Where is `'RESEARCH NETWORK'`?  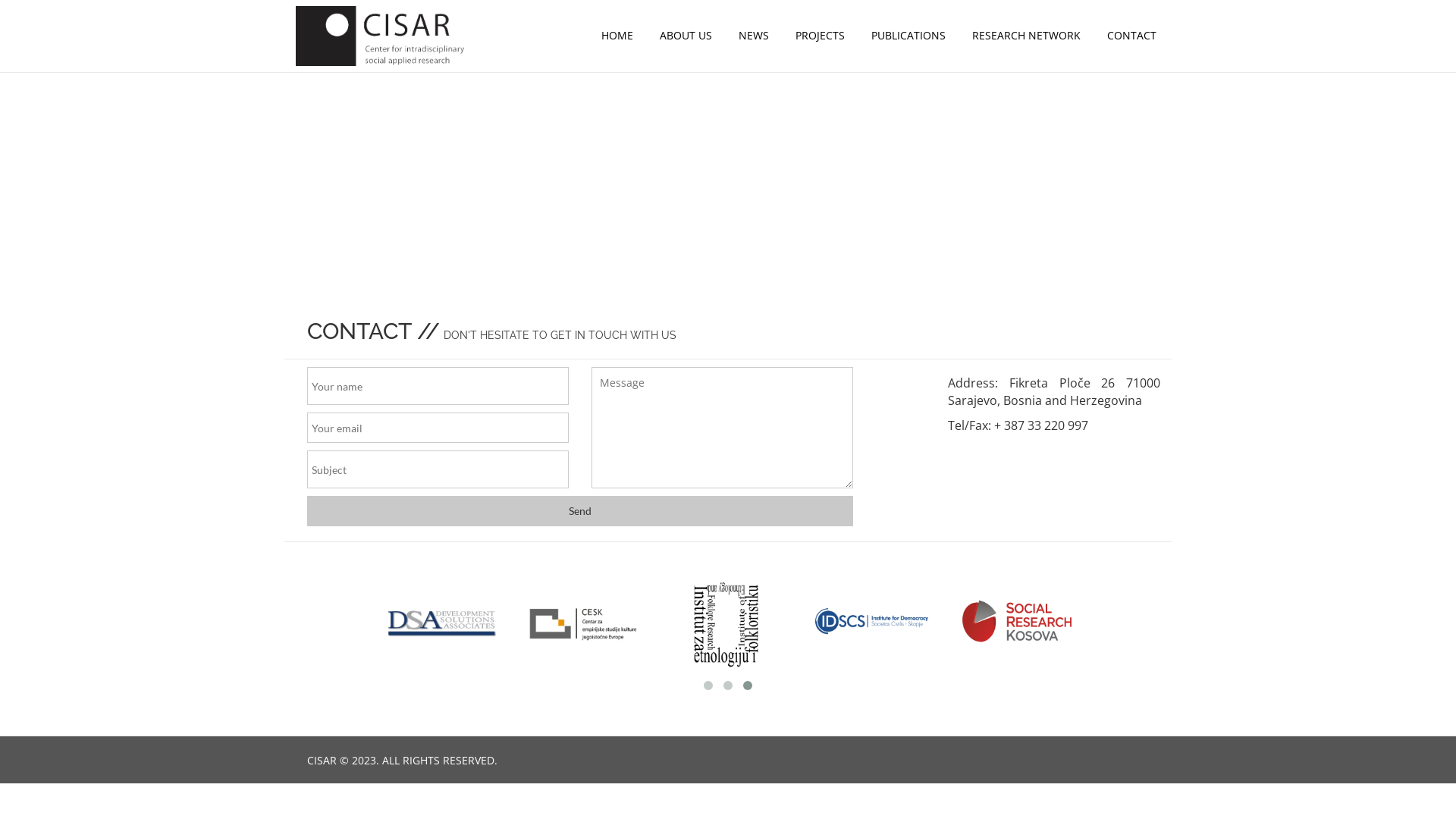
'RESEARCH NETWORK' is located at coordinates (960, 34).